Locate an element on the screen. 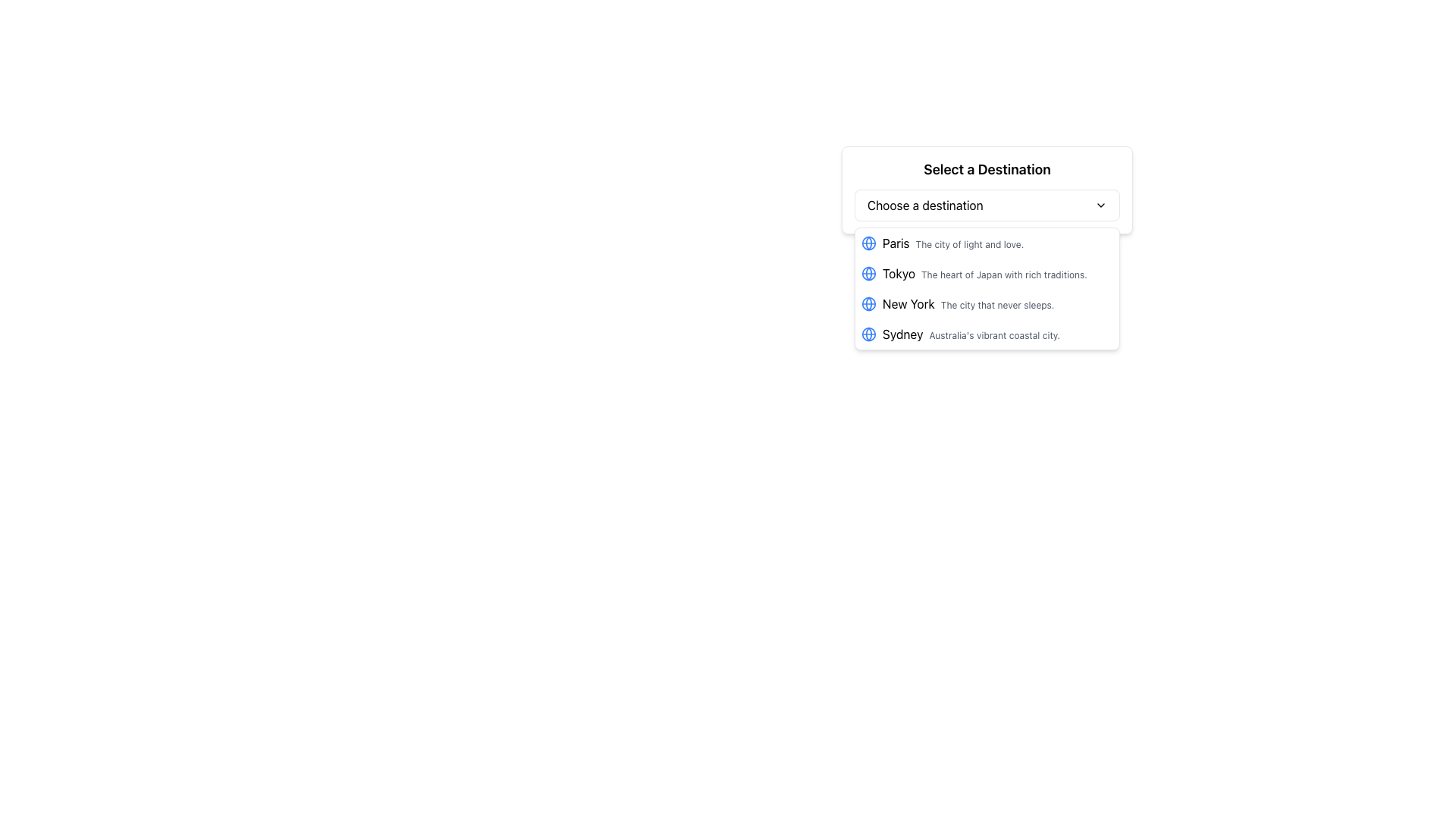 The image size is (1456, 819). the text label for the destination 'Tokyo' in the dropdown menu titled 'Select a Destination', which is located in the second position in a vertical list of destinations is located at coordinates (984, 274).